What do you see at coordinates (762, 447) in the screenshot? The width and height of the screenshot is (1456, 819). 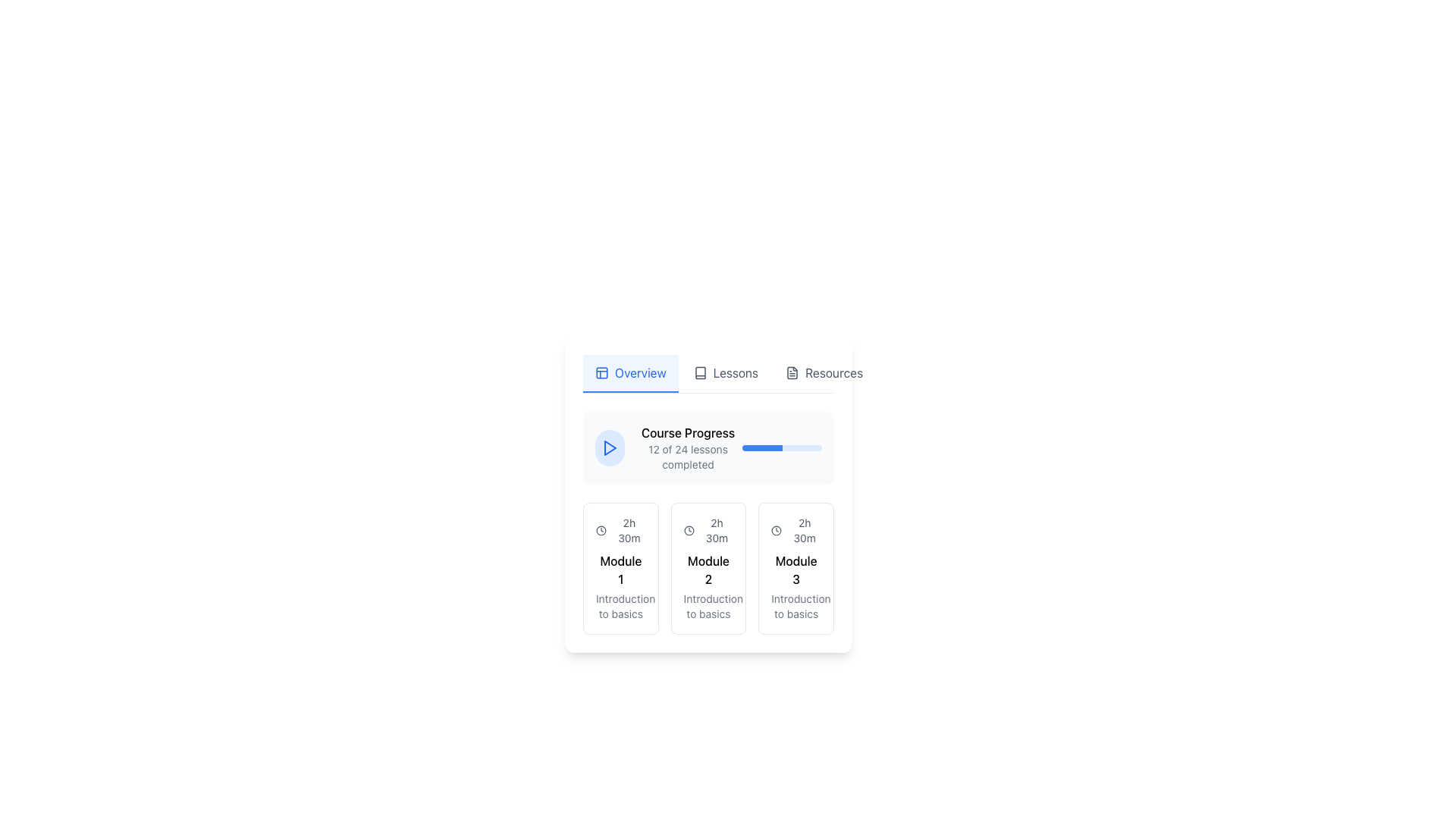 I see `the blue progress indicator within the progress bar located below the 'Course Progress' label, which occupies the left half of the progress bar` at bounding box center [762, 447].